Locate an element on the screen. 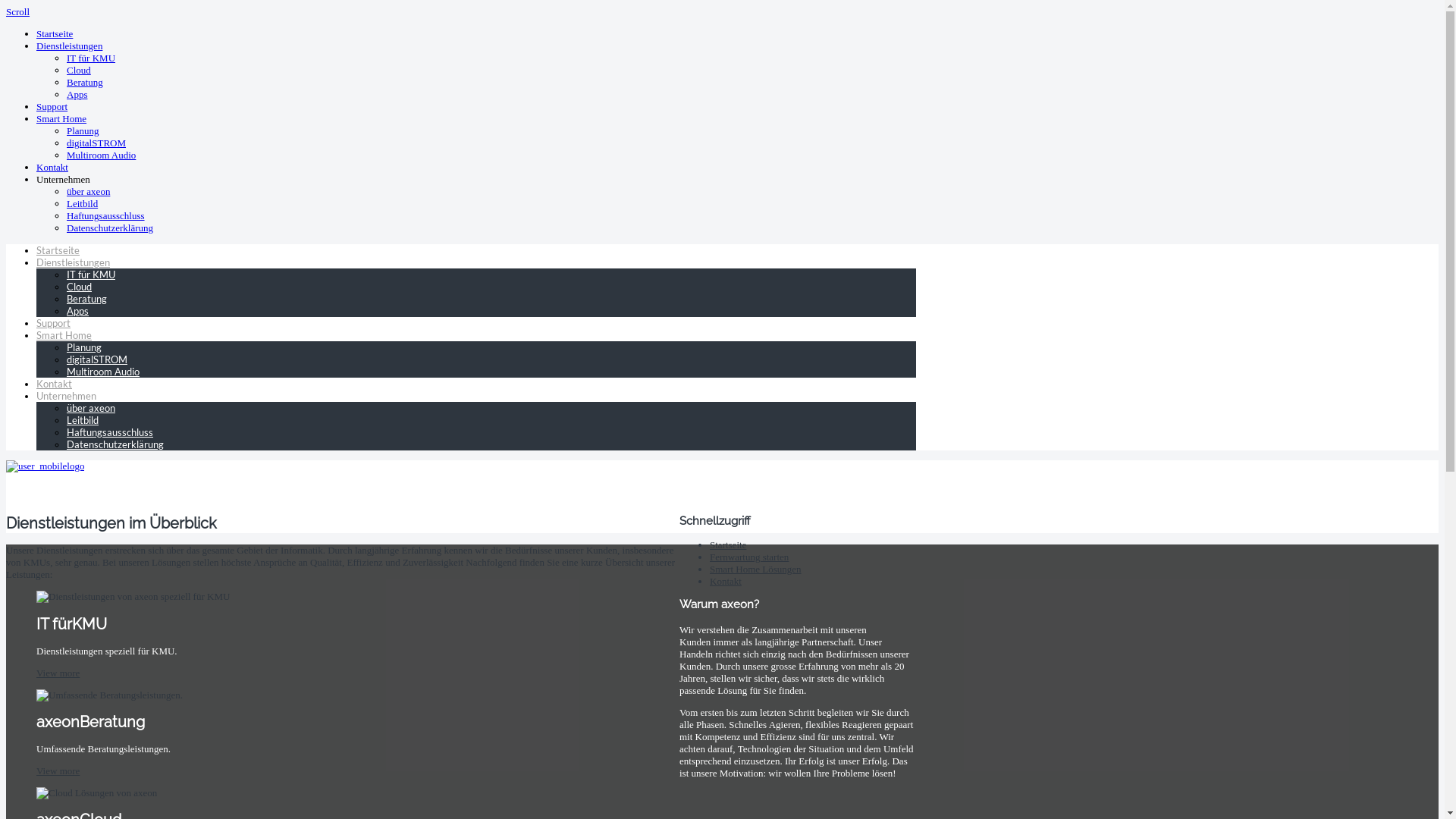 Image resolution: width=1456 pixels, height=819 pixels. 'Scroll' is located at coordinates (17, 11).